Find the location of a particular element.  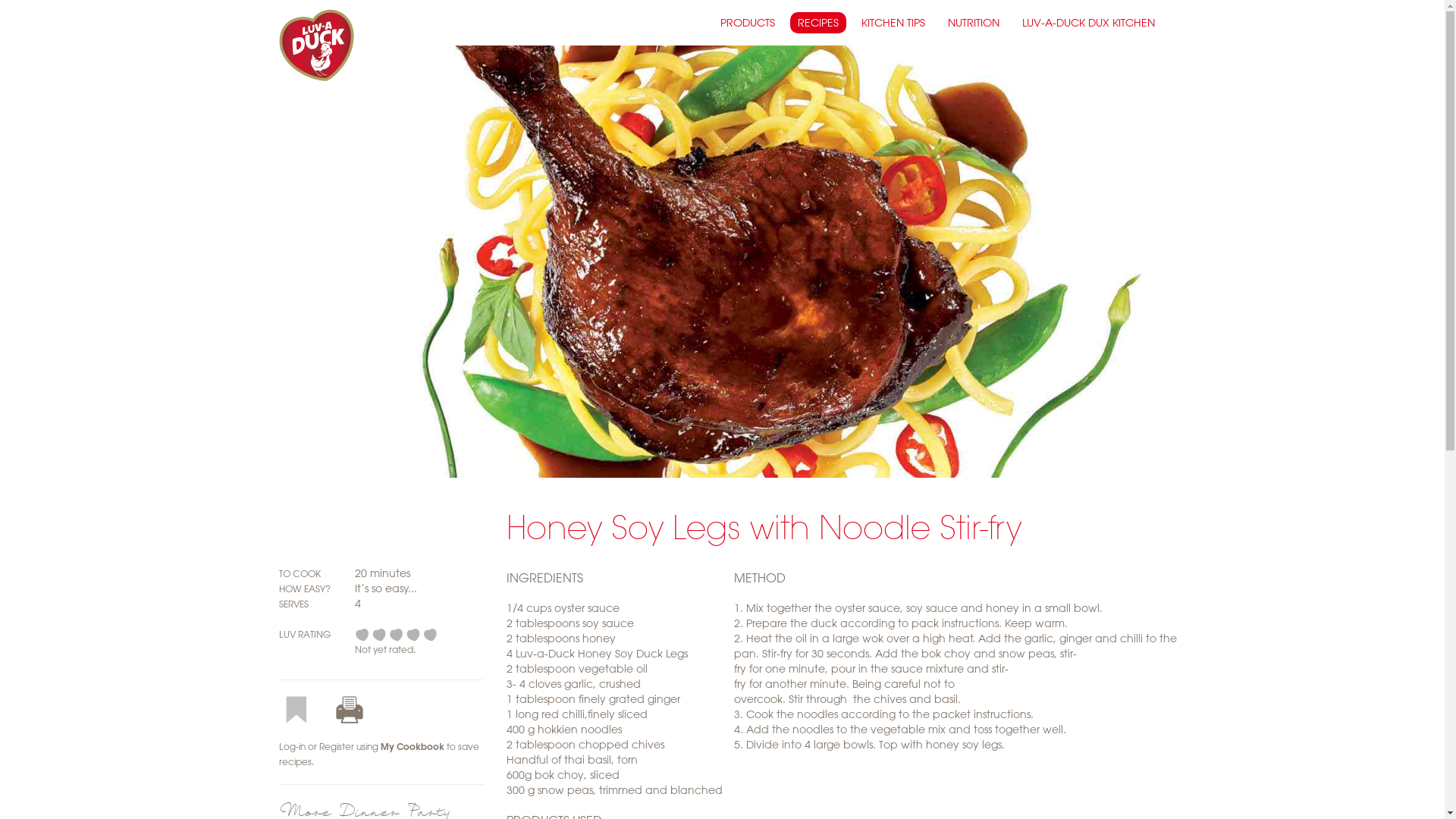

'PRODUCTS' is located at coordinates (747, 23).